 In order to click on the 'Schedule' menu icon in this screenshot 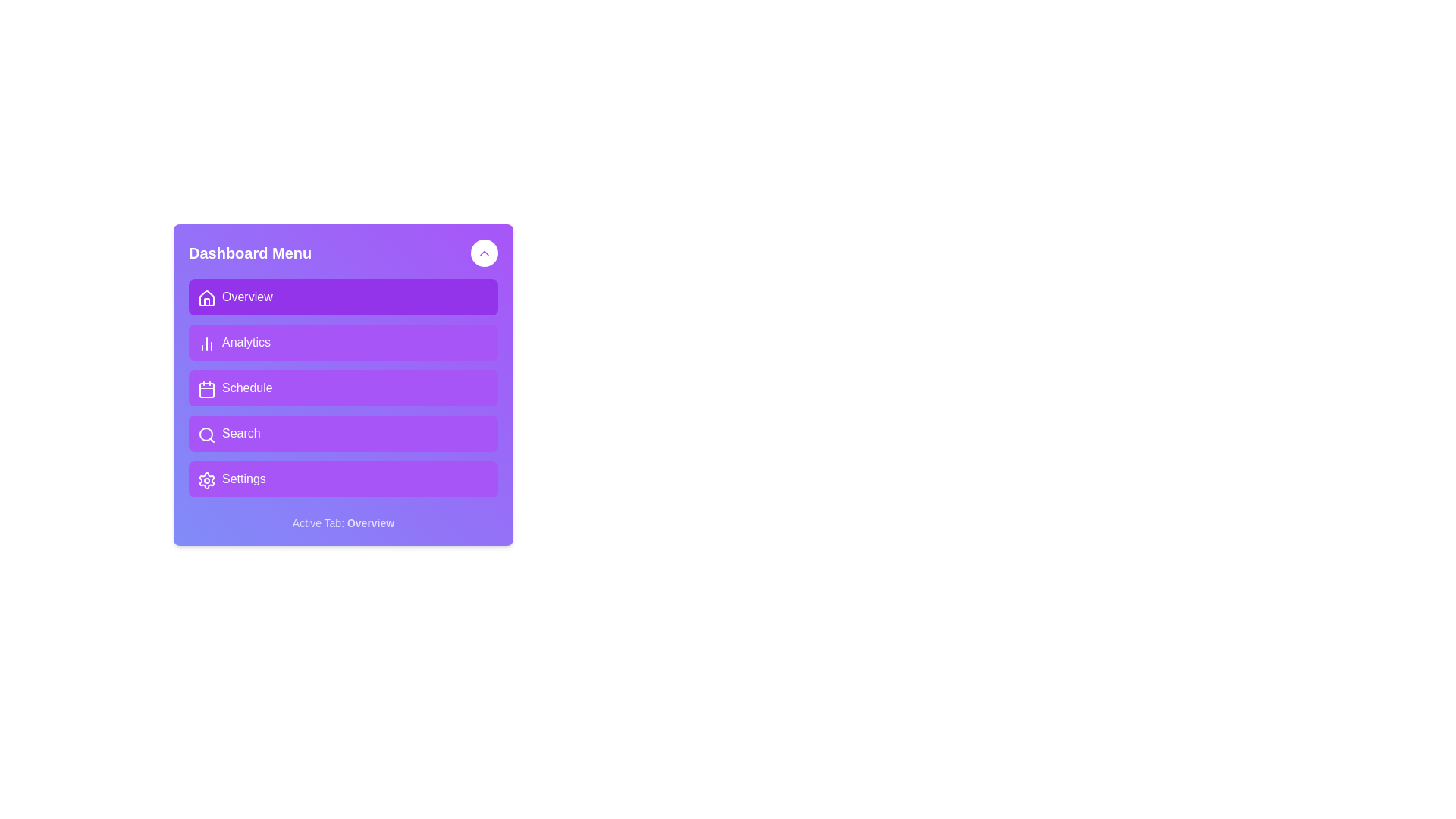, I will do `click(204, 388)`.